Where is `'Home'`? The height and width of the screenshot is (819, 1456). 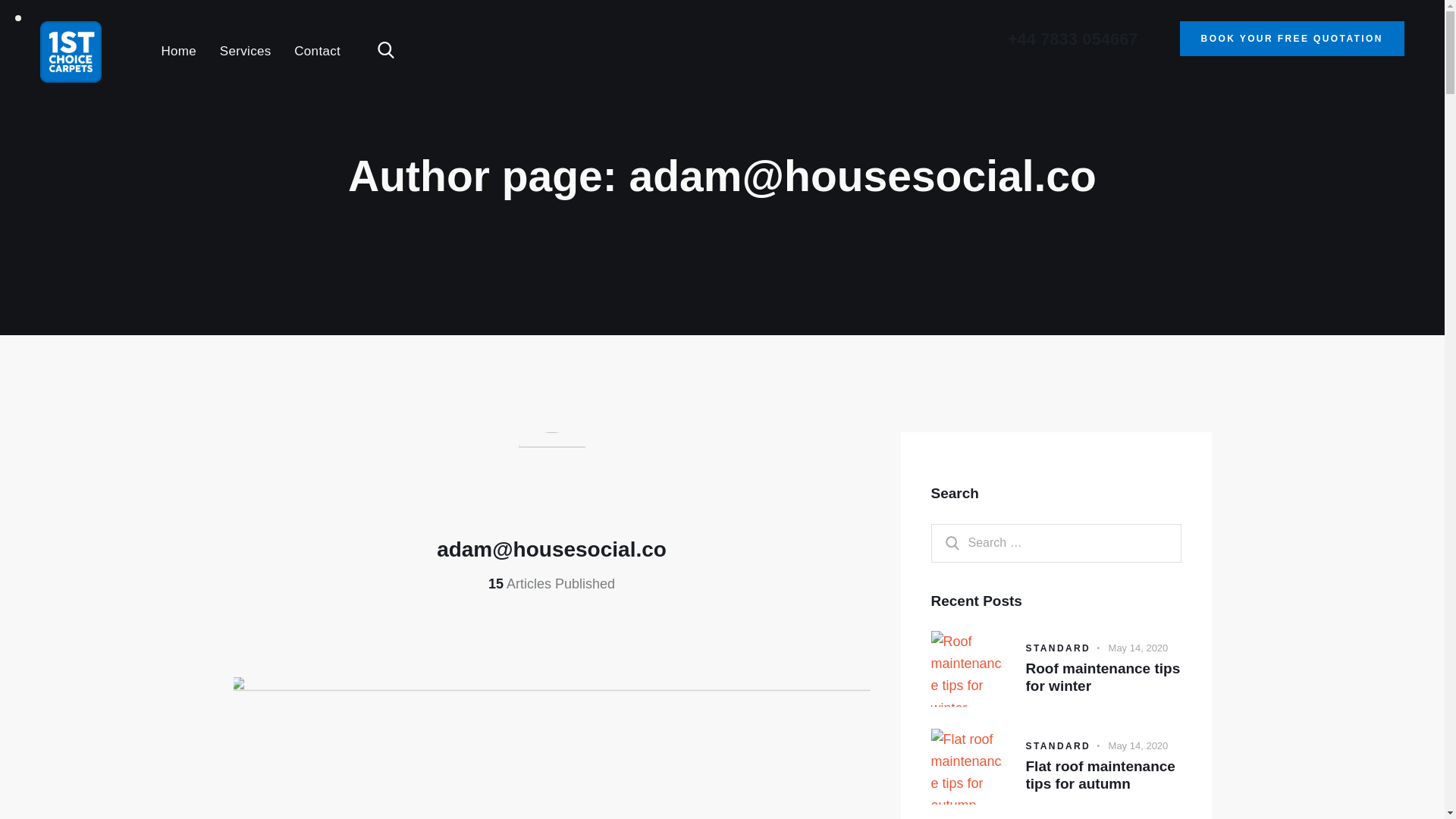
'Home' is located at coordinates (149, 52).